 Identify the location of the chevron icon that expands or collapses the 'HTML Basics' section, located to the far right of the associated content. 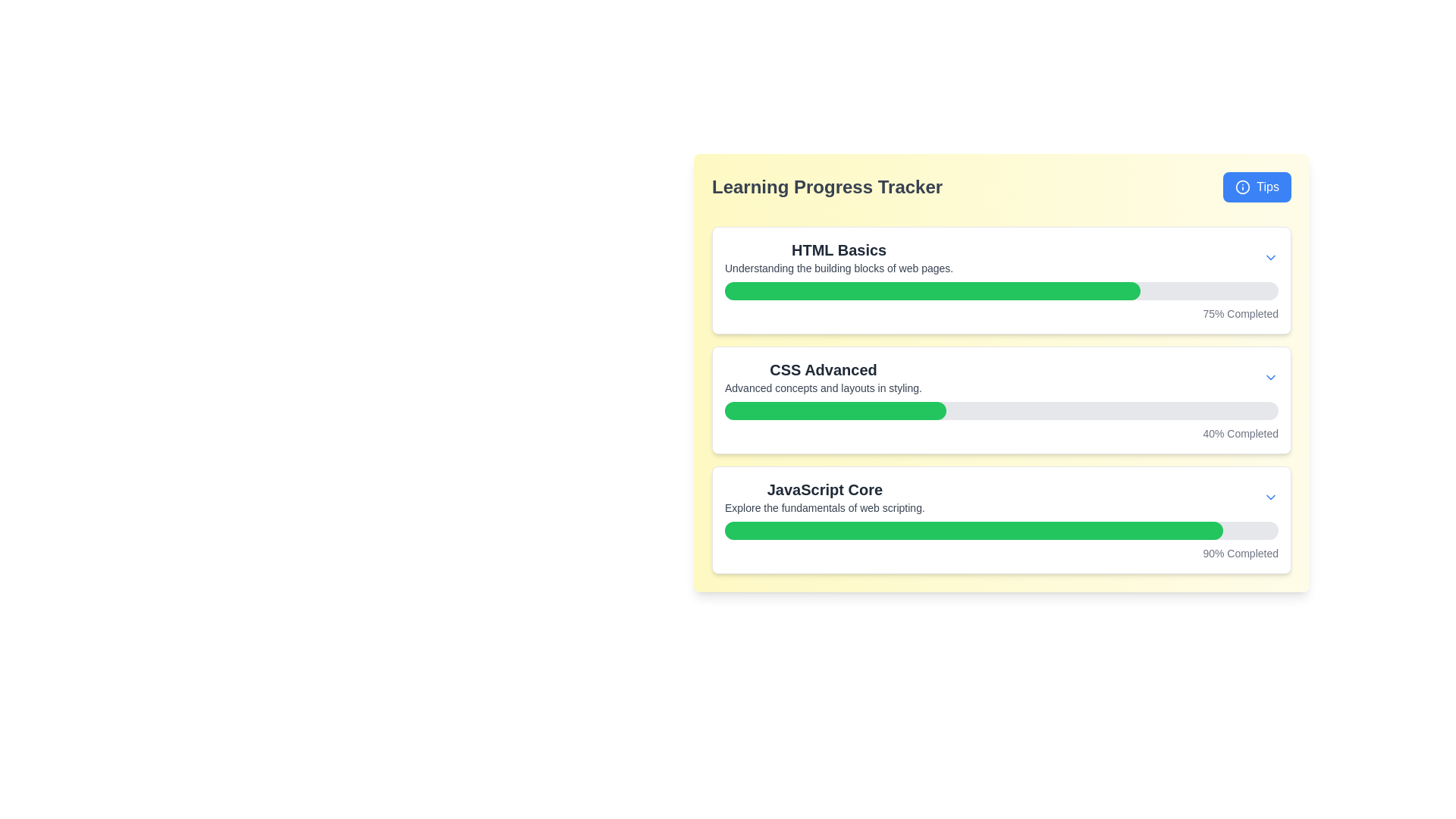
(1270, 256).